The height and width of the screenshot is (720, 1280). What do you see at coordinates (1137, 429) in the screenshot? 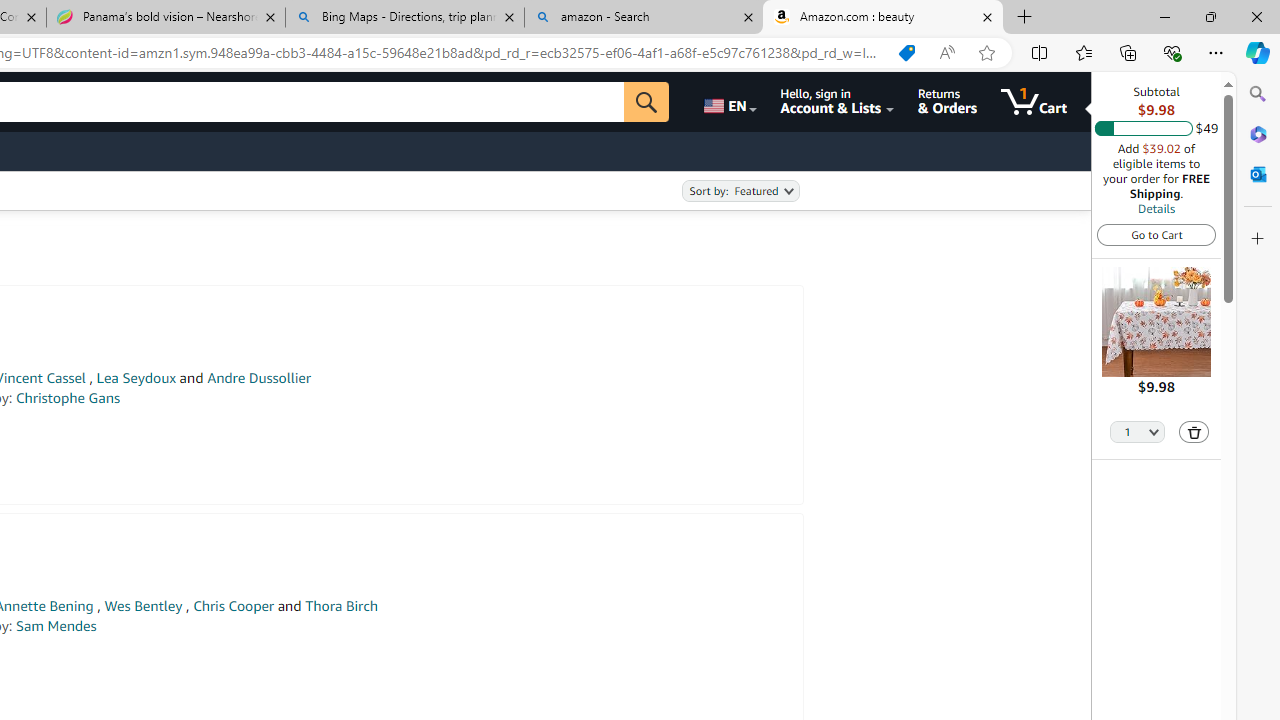
I see `'Quantity Selector'` at bounding box center [1137, 429].